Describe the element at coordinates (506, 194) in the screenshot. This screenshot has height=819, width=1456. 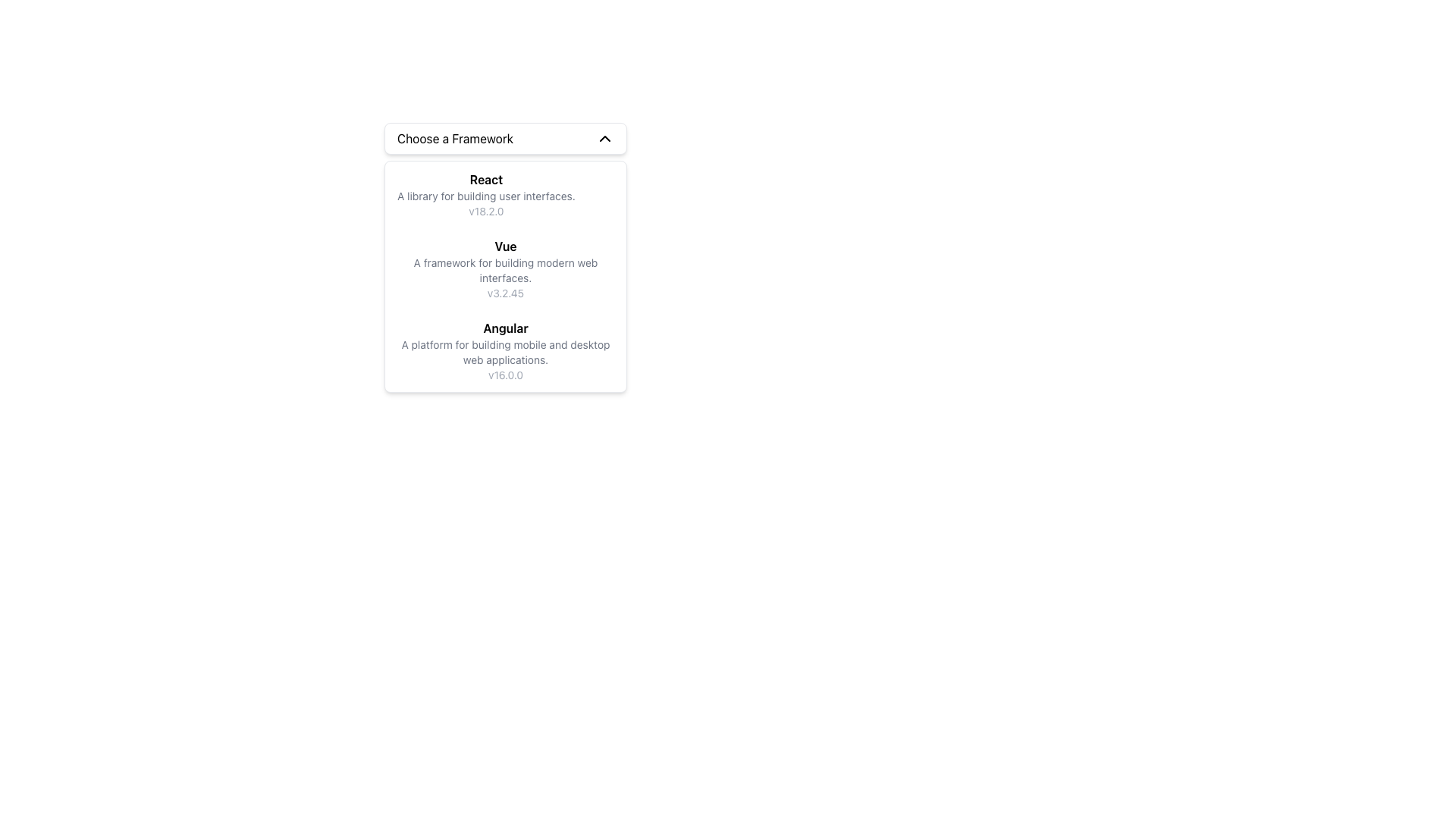
I see `the first selectable option in the dropdown menu labeled 'Choose a Framework'` at that location.